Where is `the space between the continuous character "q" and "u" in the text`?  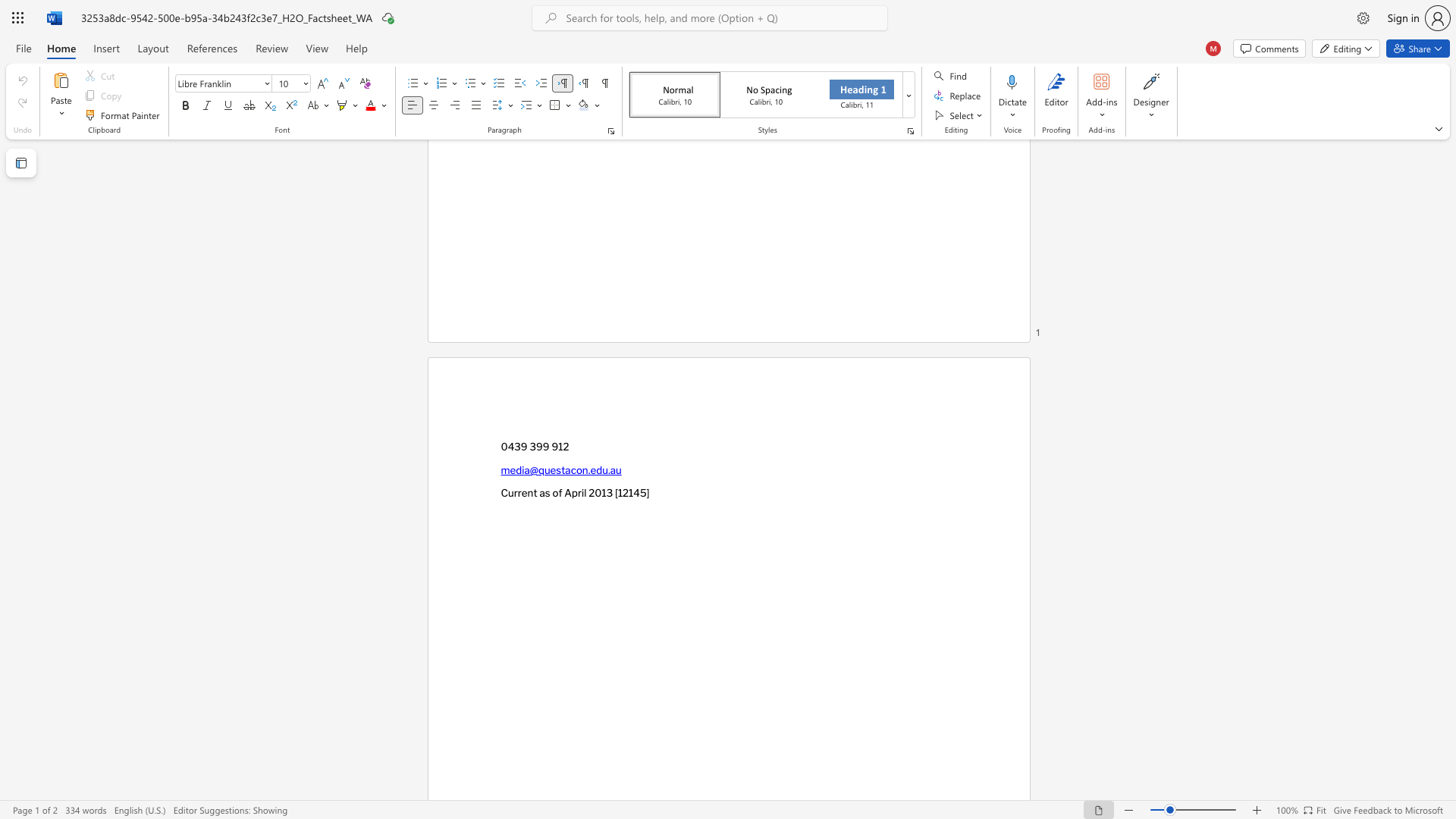
the space between the continuous character "q" and "u" in the text is located at coordinates (544, 469).